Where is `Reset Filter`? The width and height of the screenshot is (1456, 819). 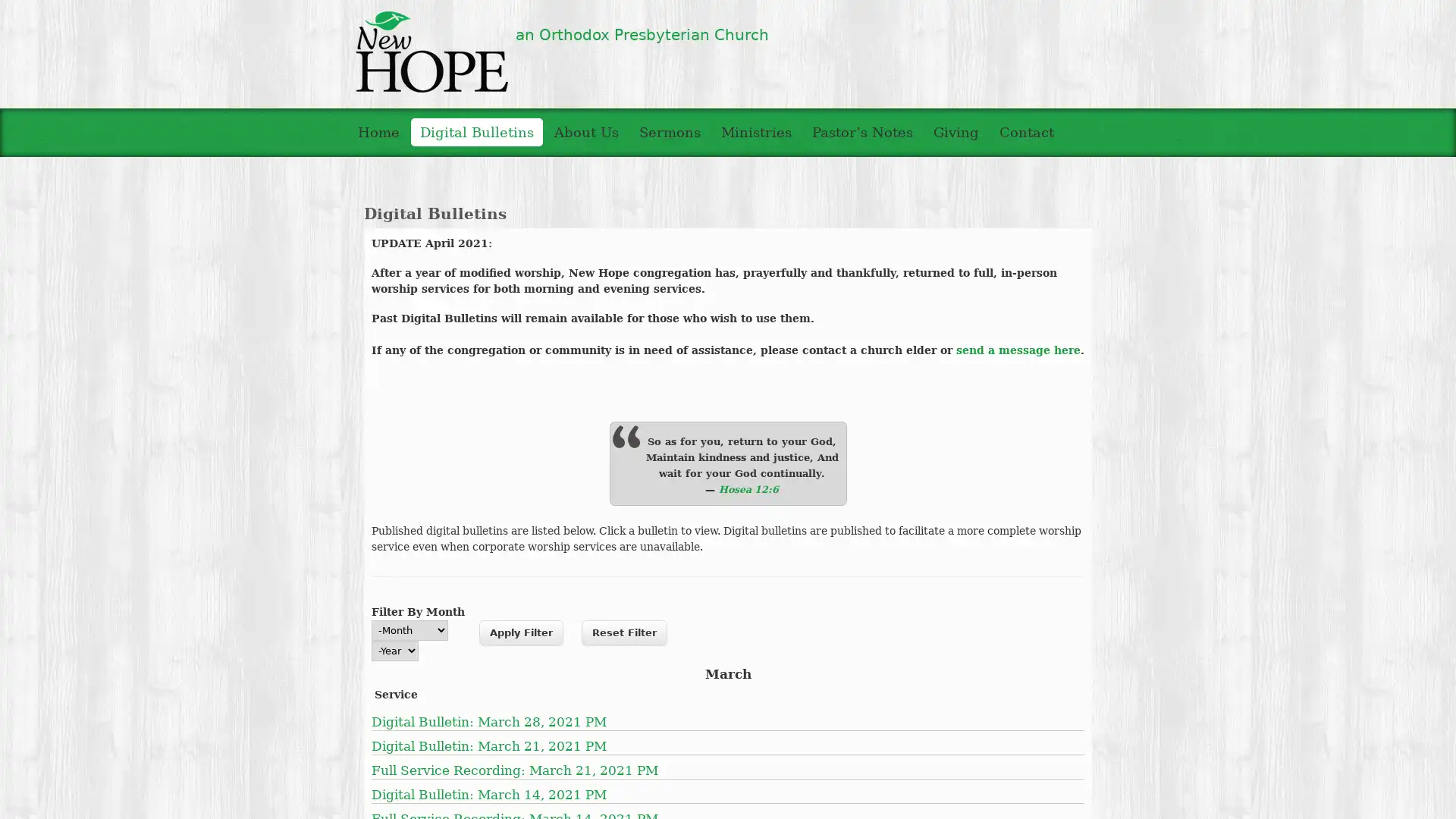
Reset Filter is located at coordinates (624, 632).